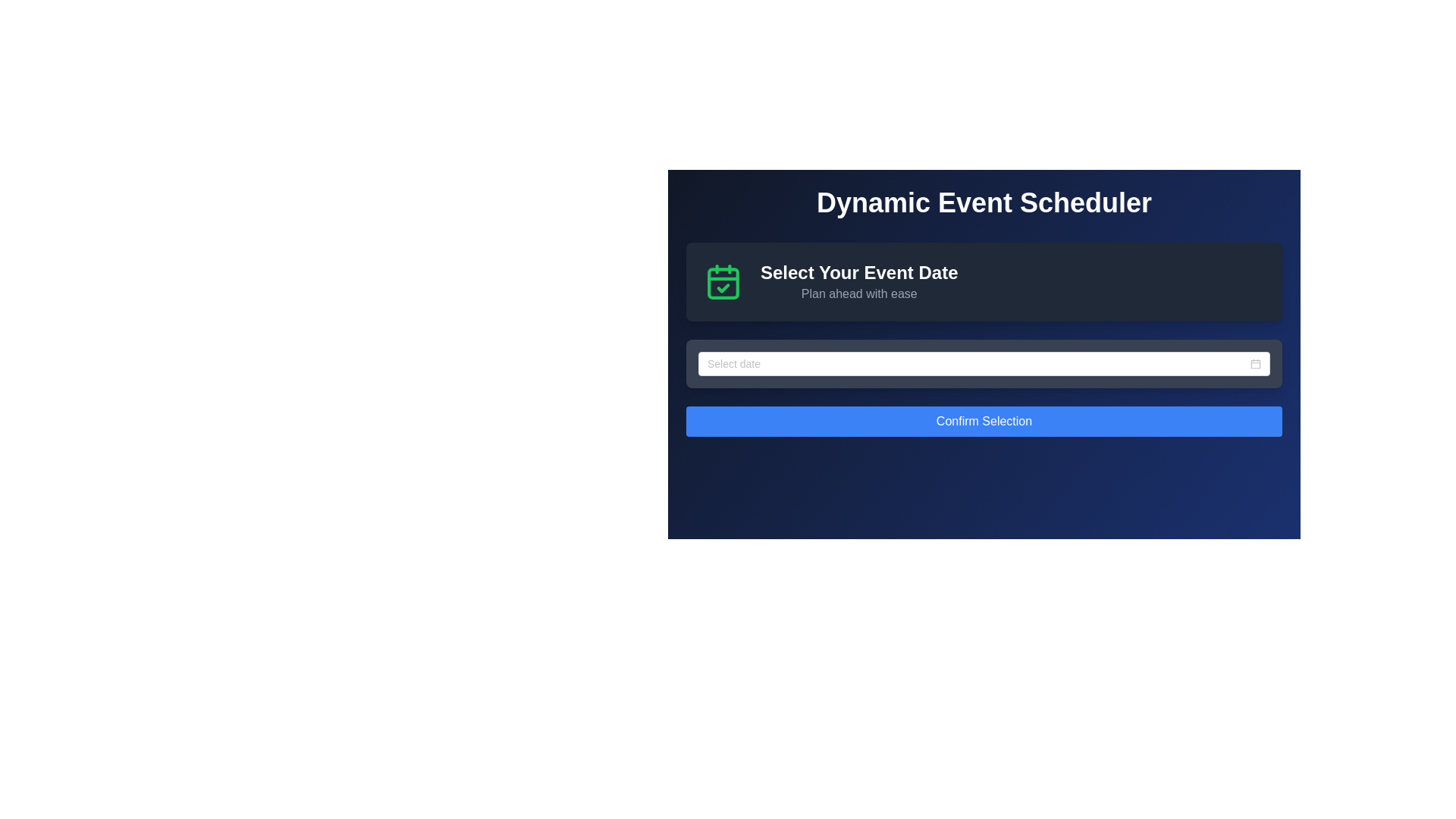  What do you see at coordinates (859, 294) in the screenshot?
I see `the static text label that reads 'Plan ahead with ease', which is located directly beneath the main title 'Select Your Event Date'` at bounding box center [859, 294].